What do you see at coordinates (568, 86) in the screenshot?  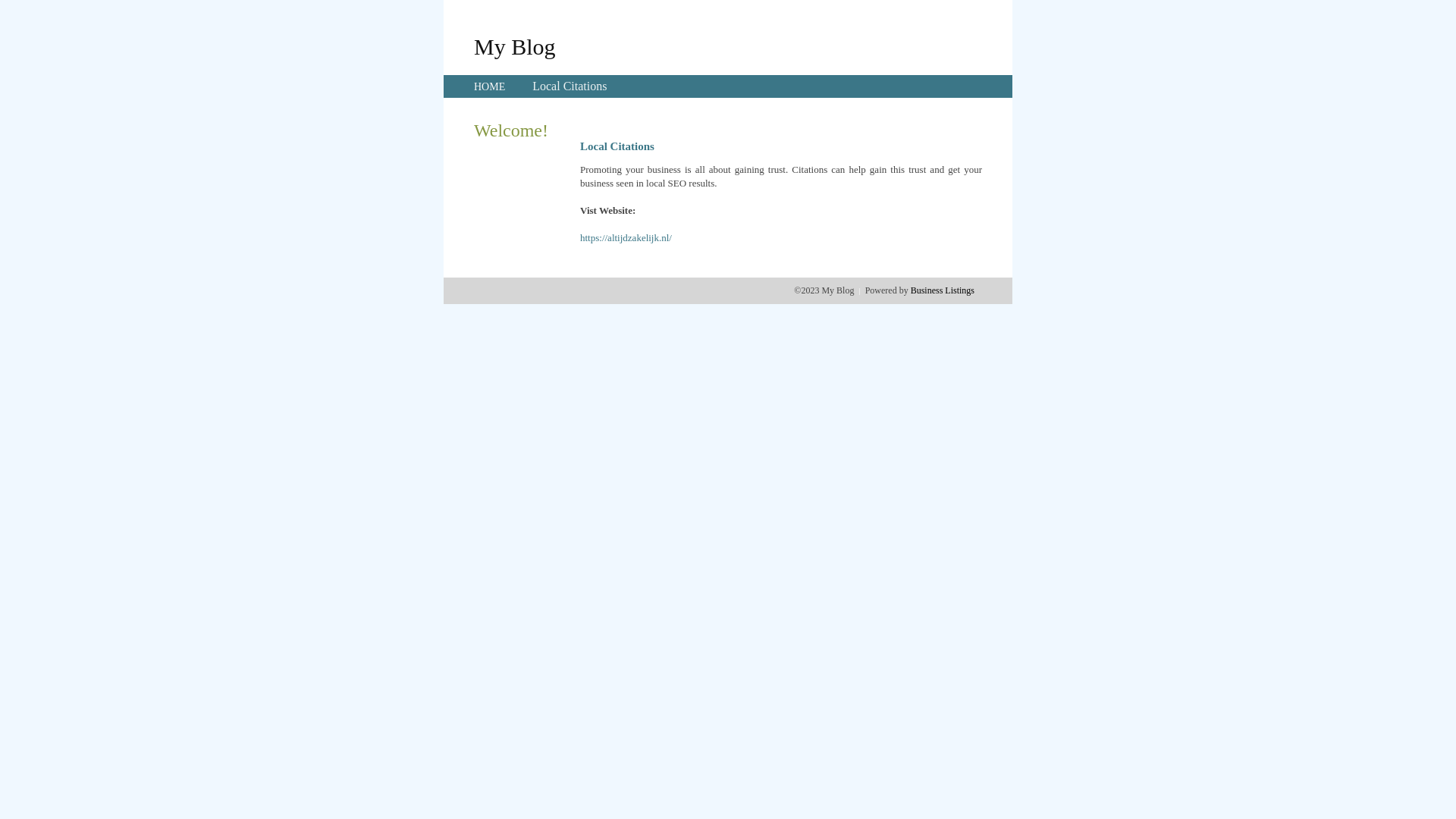 I see `'Local Citations'` at bounding box center [568, 86].